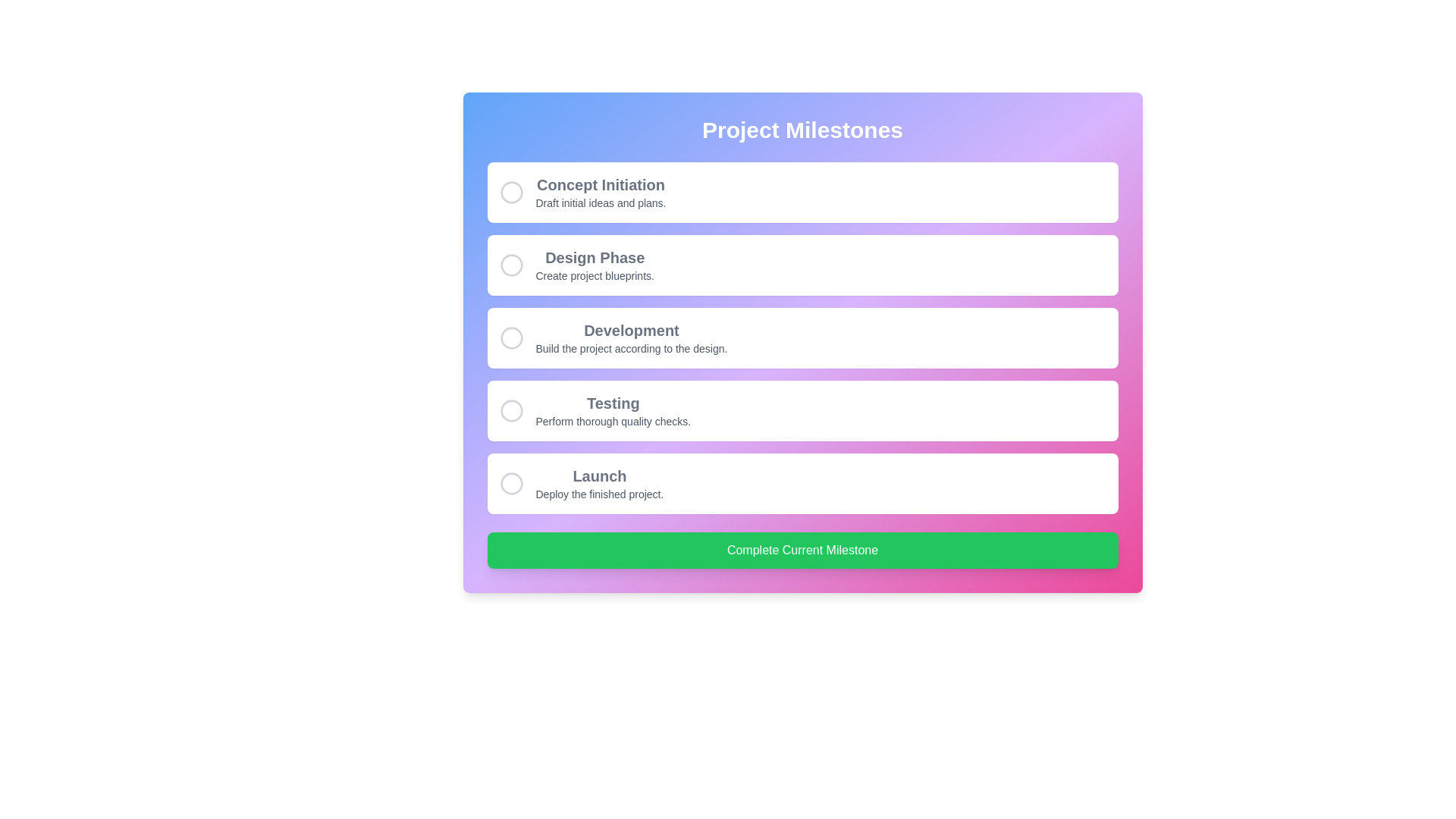  Describe the element at coordinates (598, 494) in the screenshot. I see `the text label displaying 'Deploy the finished project.' which is located below the 'Launch' heading within the 'Project Milestones' interface` at that location.